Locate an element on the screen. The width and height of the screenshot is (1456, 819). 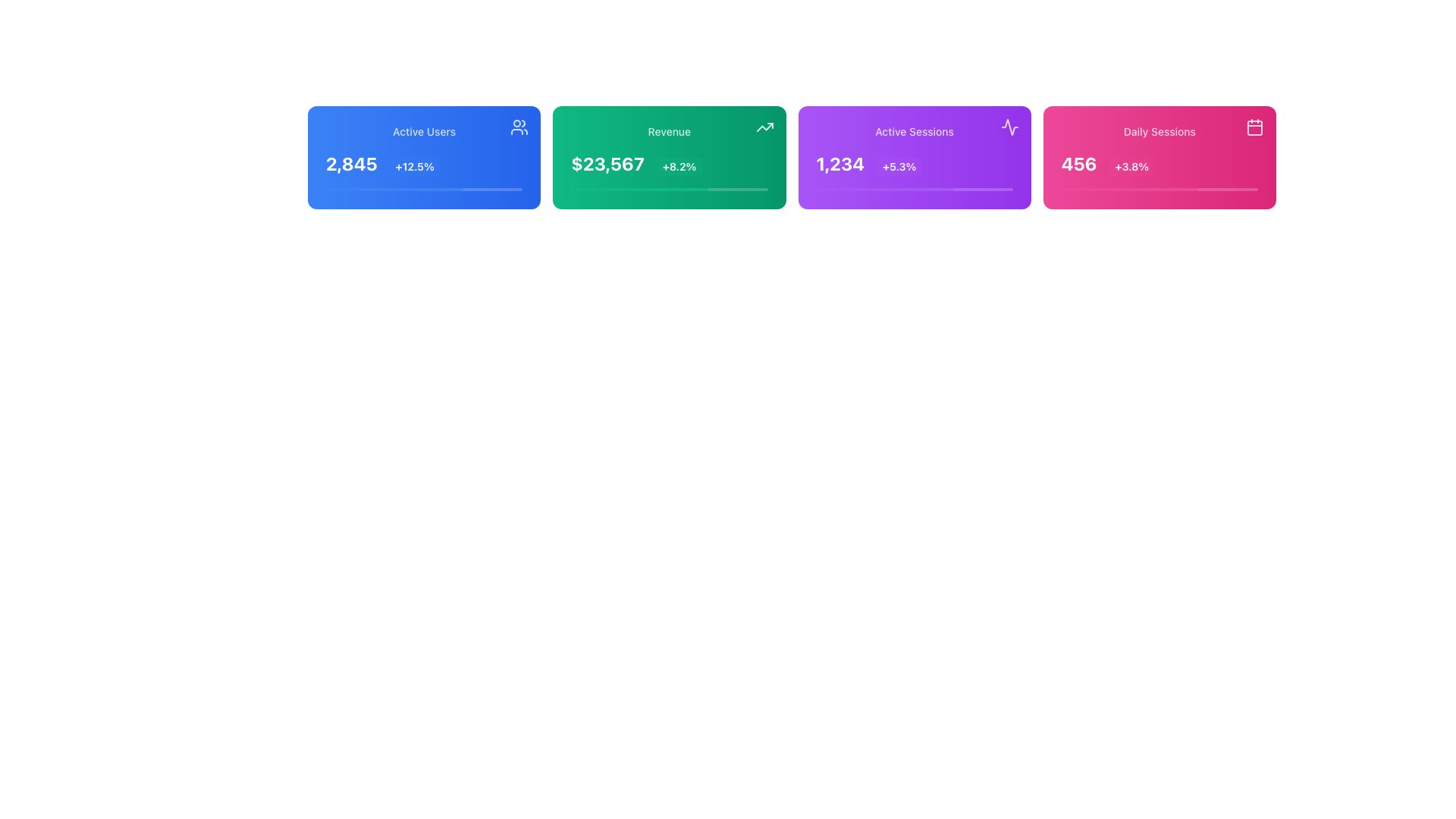
the textual display showing the numerical value and percentage change within the purple card labeled 'Active Sessions' is located at coordinates (914, 164).